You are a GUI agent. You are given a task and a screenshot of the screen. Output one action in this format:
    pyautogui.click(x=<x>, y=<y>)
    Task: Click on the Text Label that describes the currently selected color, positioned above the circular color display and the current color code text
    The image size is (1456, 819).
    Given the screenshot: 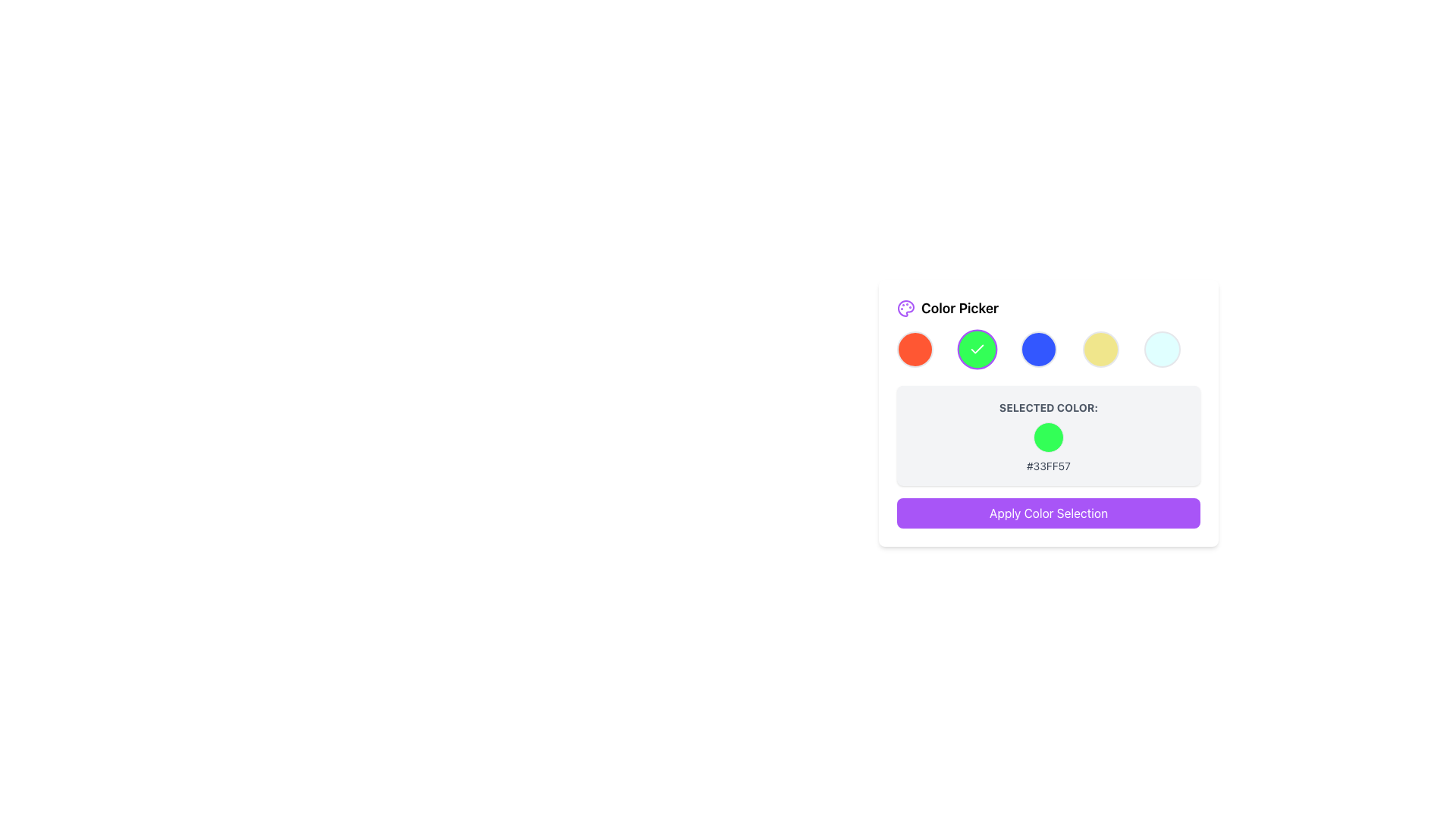 What is the action you would take?
    pyautogui.click(x=1047, y=406)
    